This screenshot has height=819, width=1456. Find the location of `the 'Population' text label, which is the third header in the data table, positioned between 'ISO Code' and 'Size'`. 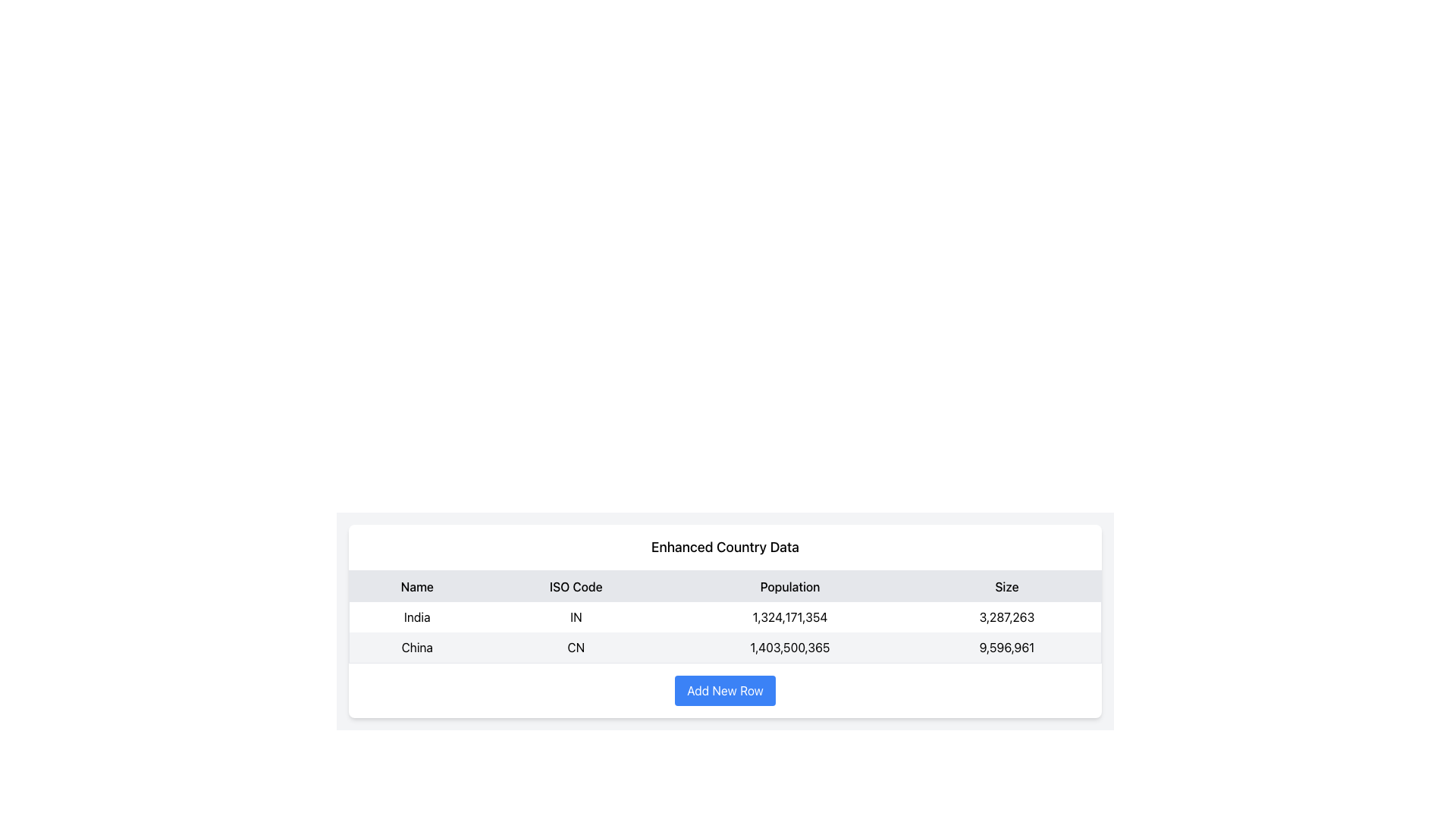

the 'Population' text label, which is the third header in the data table, positioned between 'ISO Code' and 'Size' is located at coordinates (789, 585).